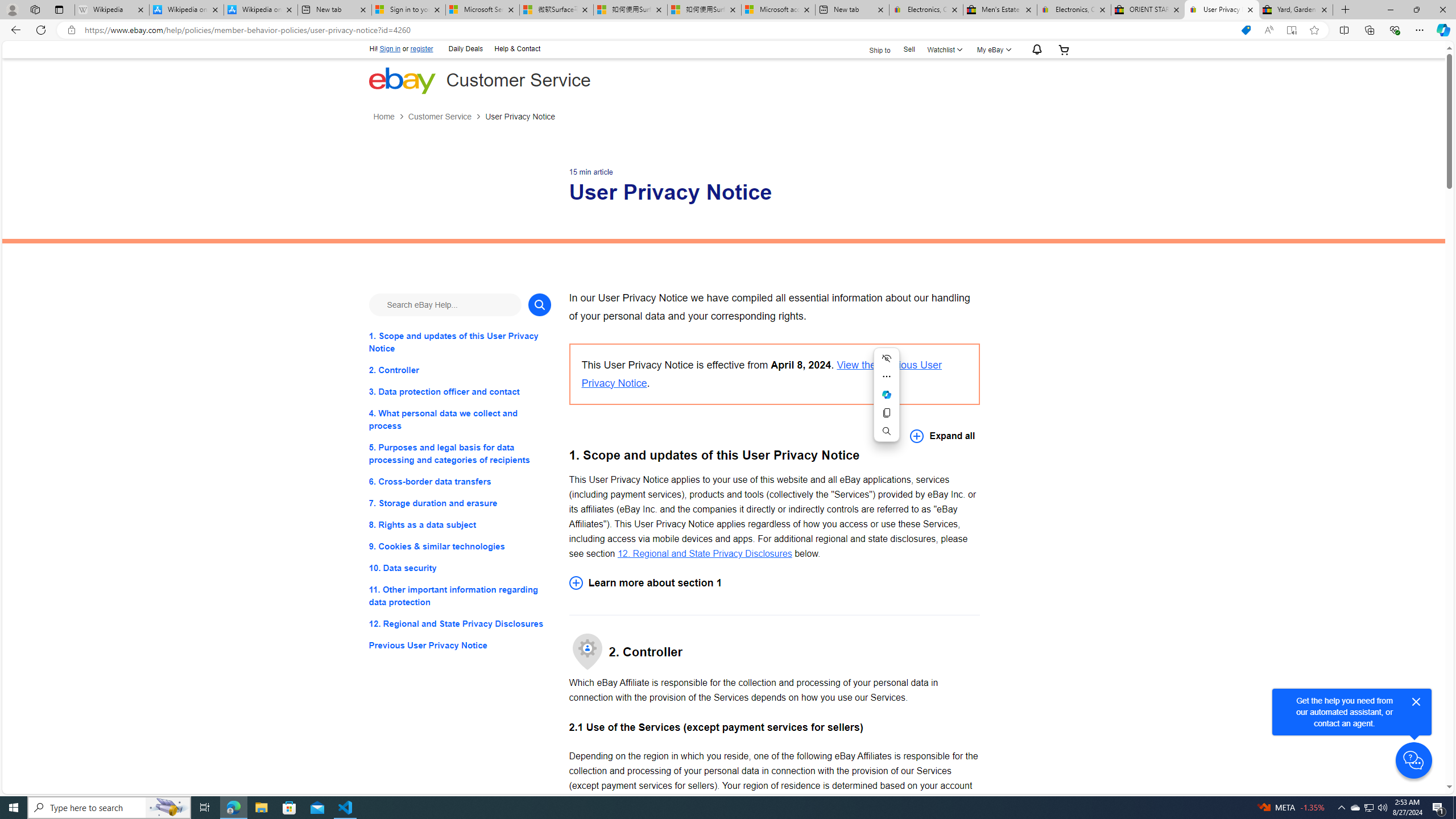 Image resolution: width=1456 pixels, height=819 pixels. What do you see at coordinates (421, 48) in the screenshot?
I see `'register'` at bounding box center [421, 48].